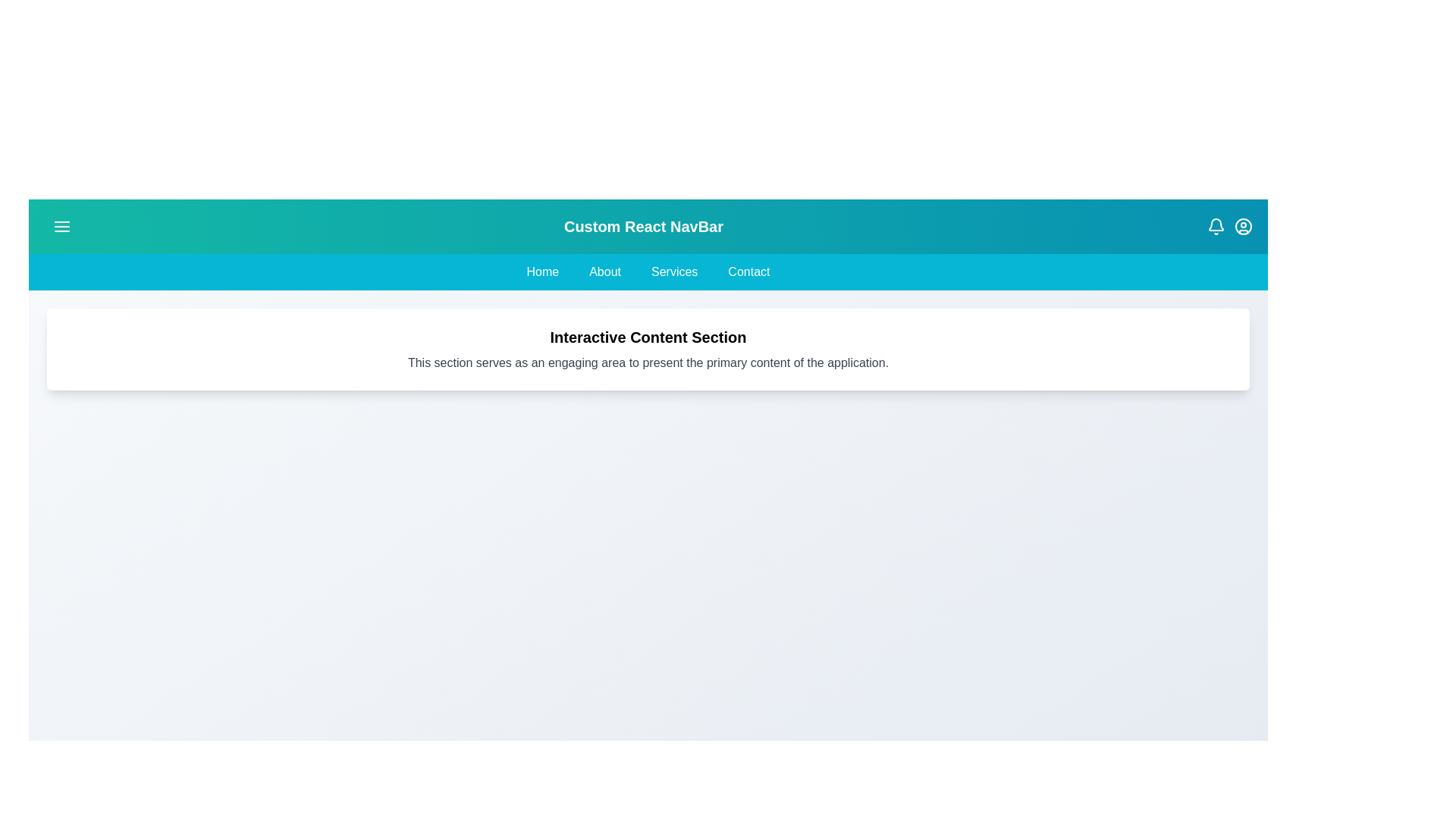 The image size is (1456, 819). What do you see at coordinates (1216, 227) in the screenshot?
I see `the 'Bell' icon to view notifications` at bounding box center [1216, 227].